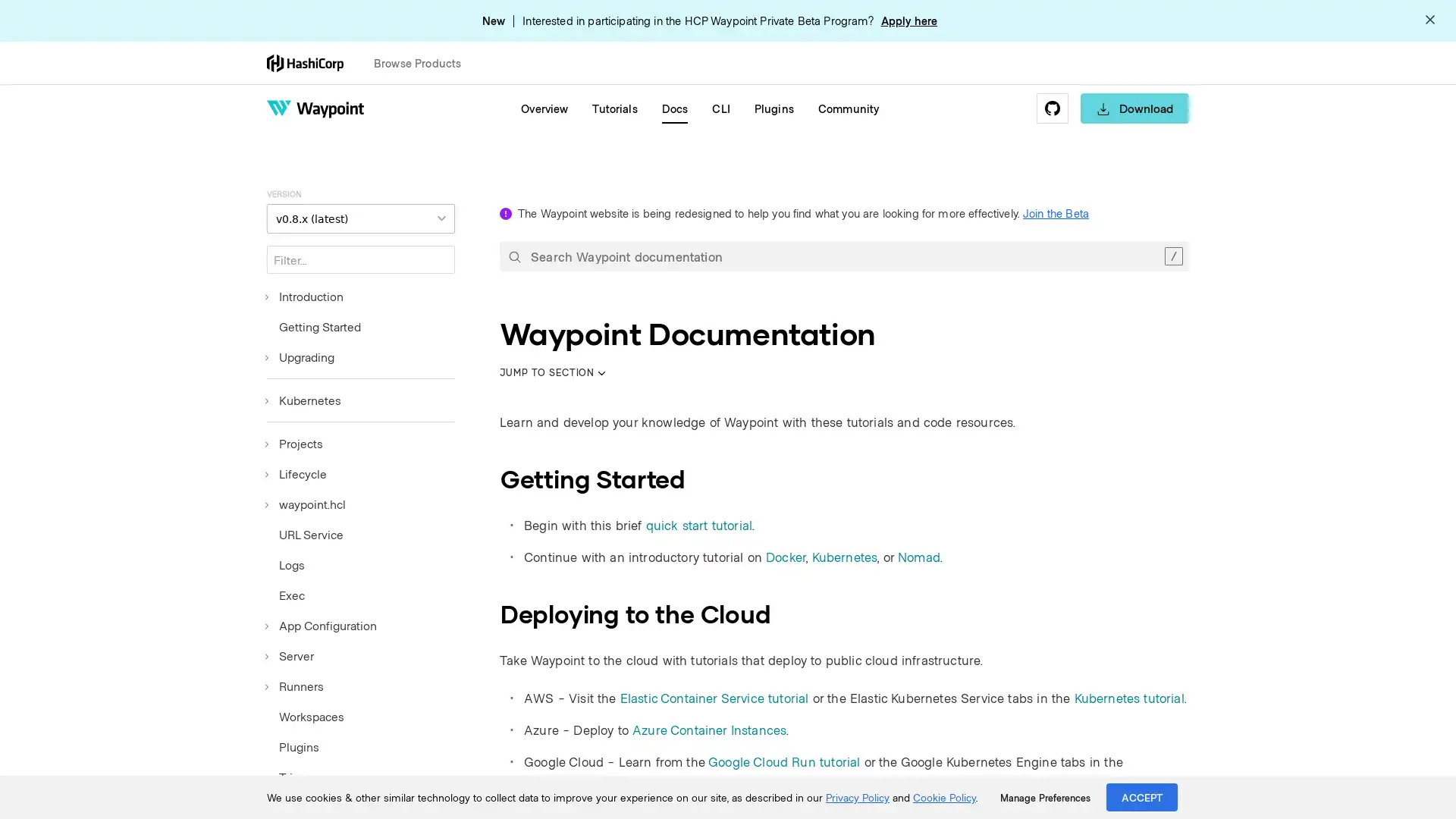 This screenshot has height=819, width=1456. Describe the element at coordinates (300, 356) in the screenshot. I see `Upgrading` at that location.